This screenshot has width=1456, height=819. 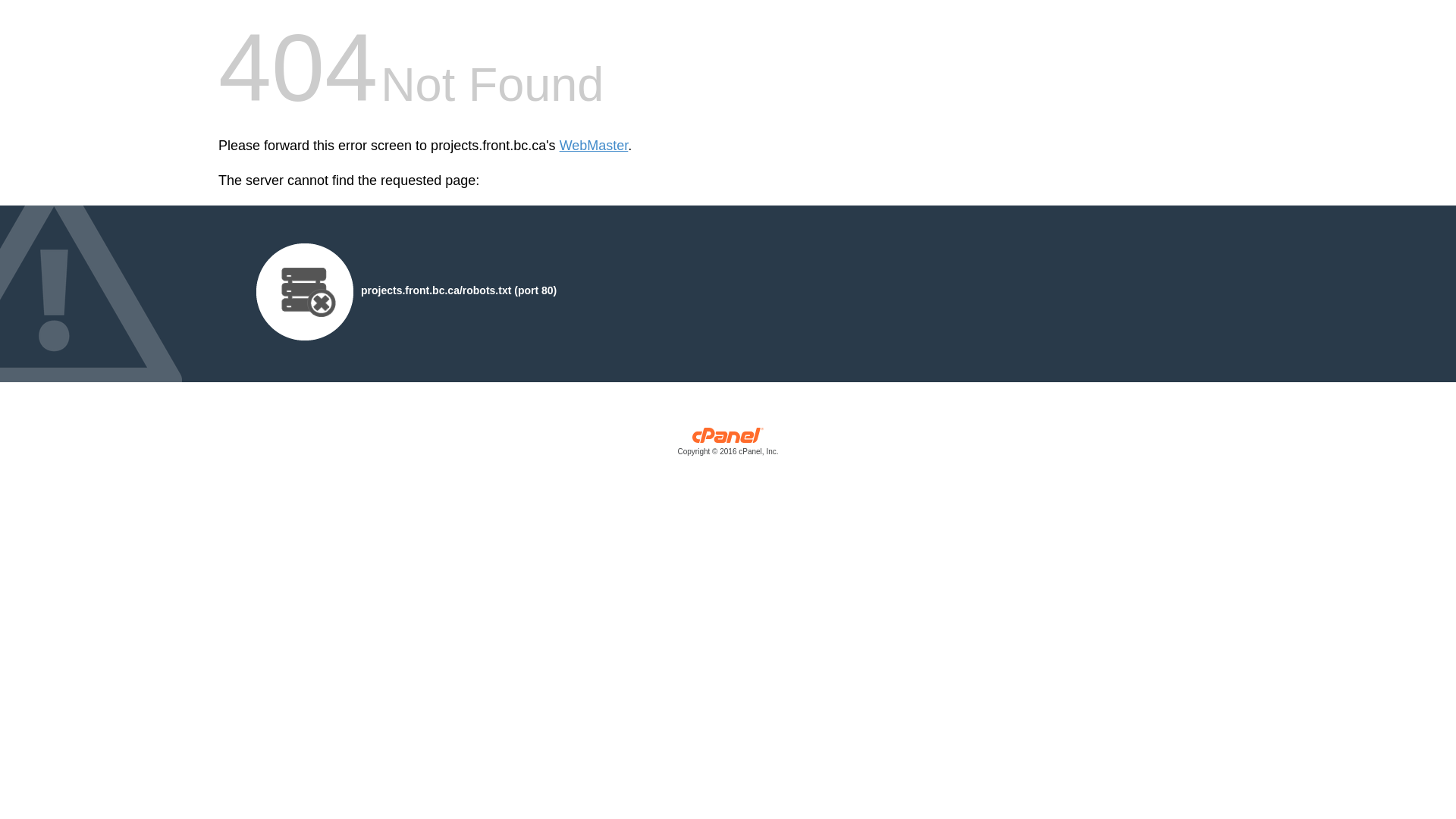 I want to click on 'WebMaster', so click(x=593, y=146).